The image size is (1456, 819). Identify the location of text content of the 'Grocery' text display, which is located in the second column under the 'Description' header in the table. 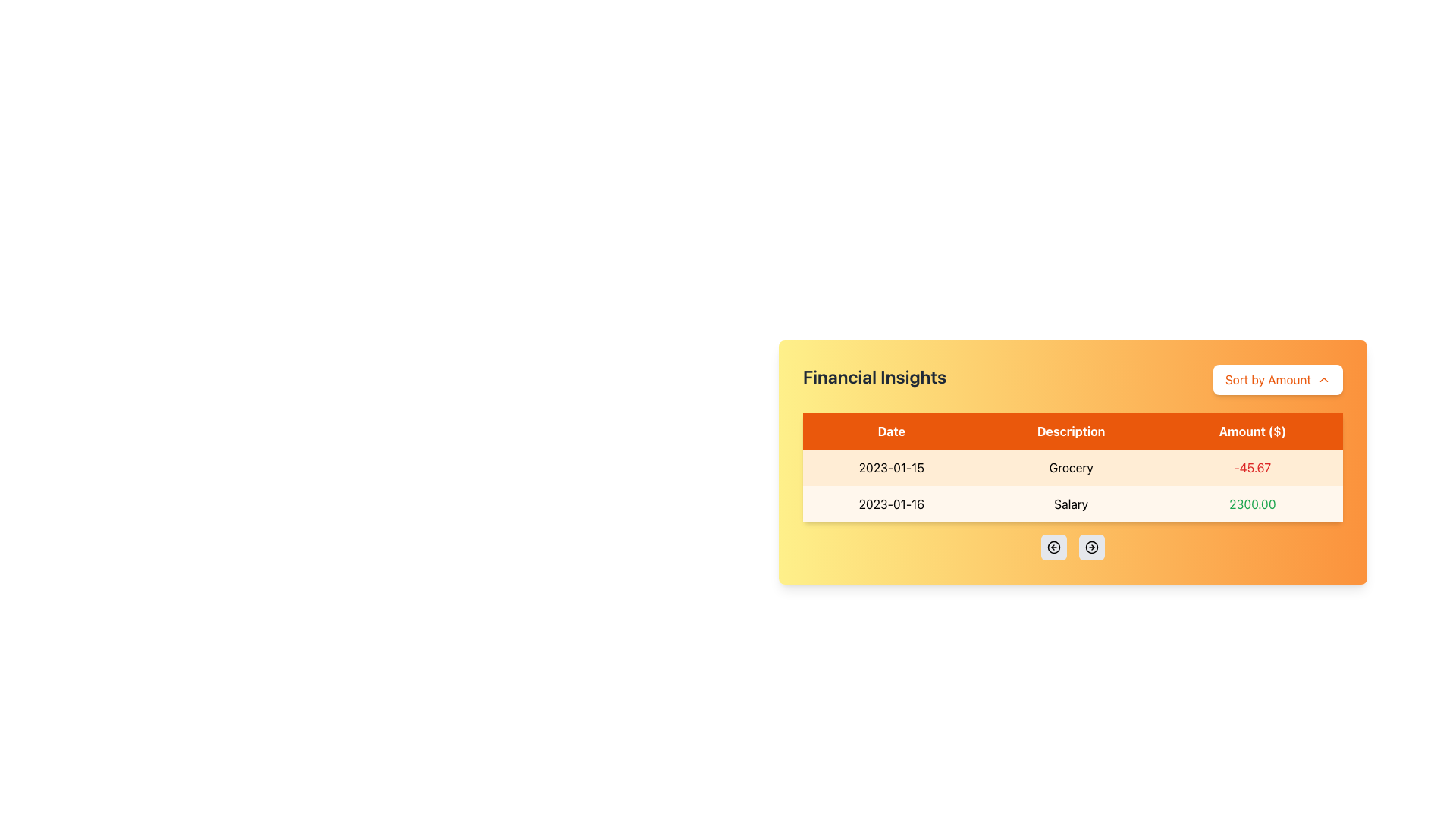
(1070, 467).